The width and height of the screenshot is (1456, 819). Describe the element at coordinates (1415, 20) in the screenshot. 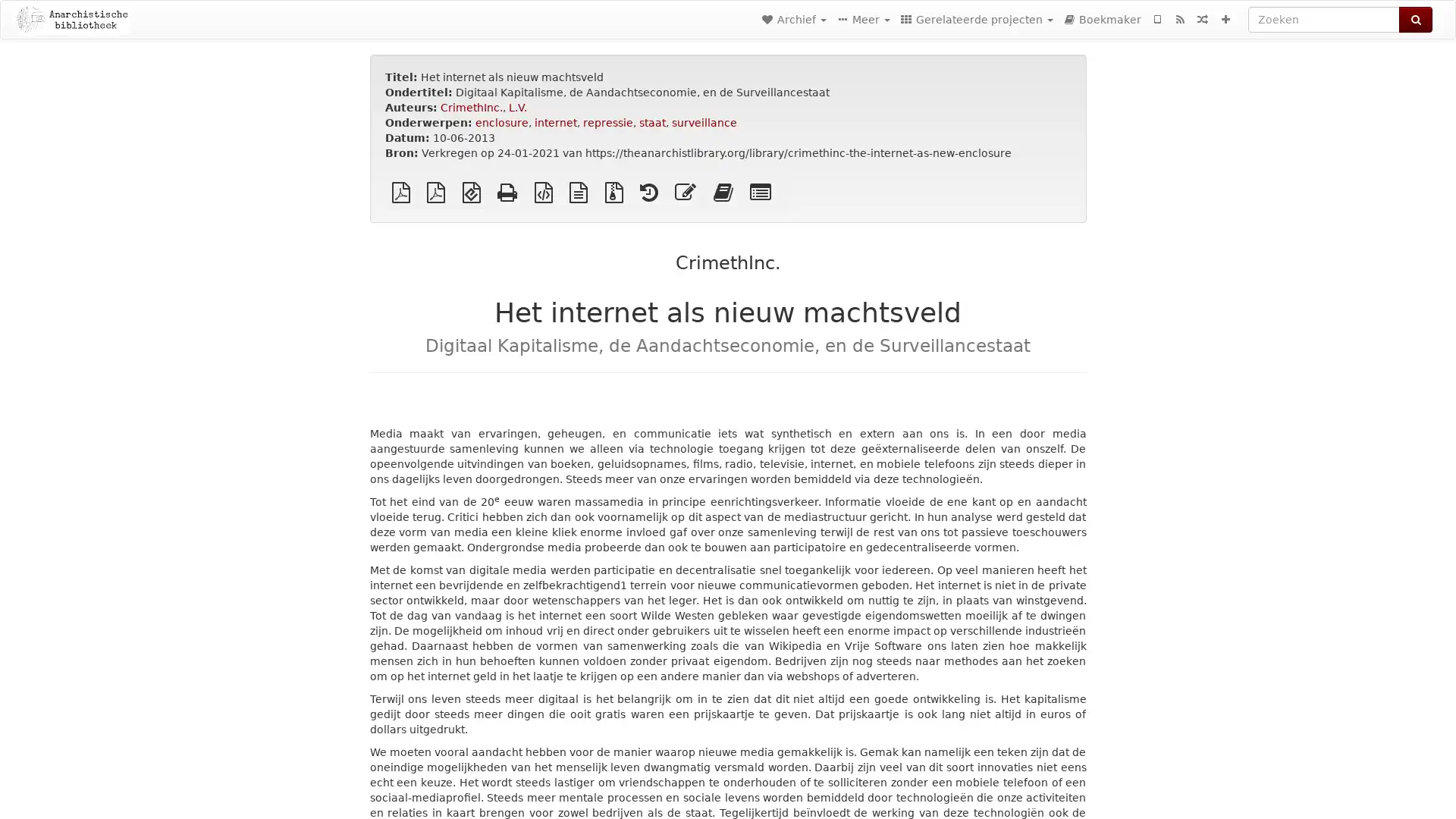

I see `Zoeken` at that location.